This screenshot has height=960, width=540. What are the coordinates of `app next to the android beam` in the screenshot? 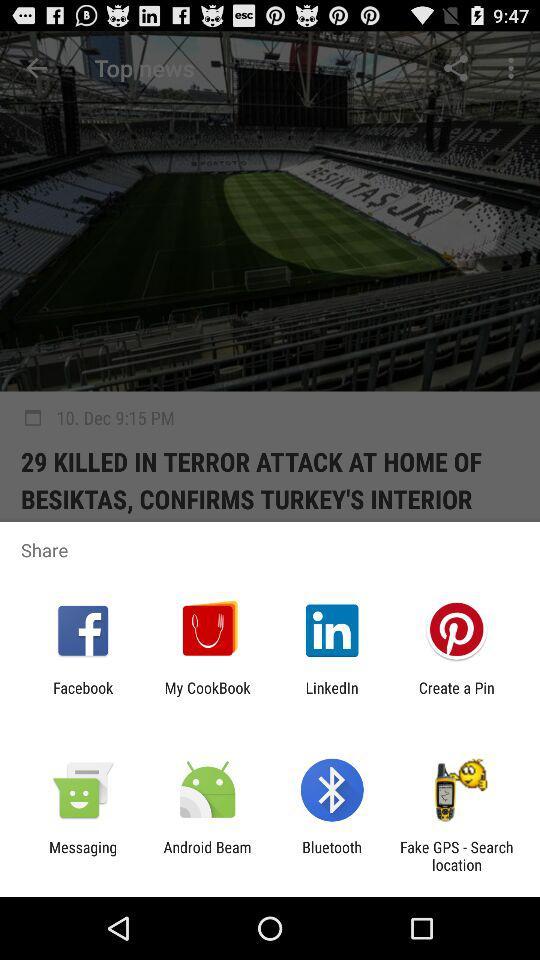 It's located at (332, 855).